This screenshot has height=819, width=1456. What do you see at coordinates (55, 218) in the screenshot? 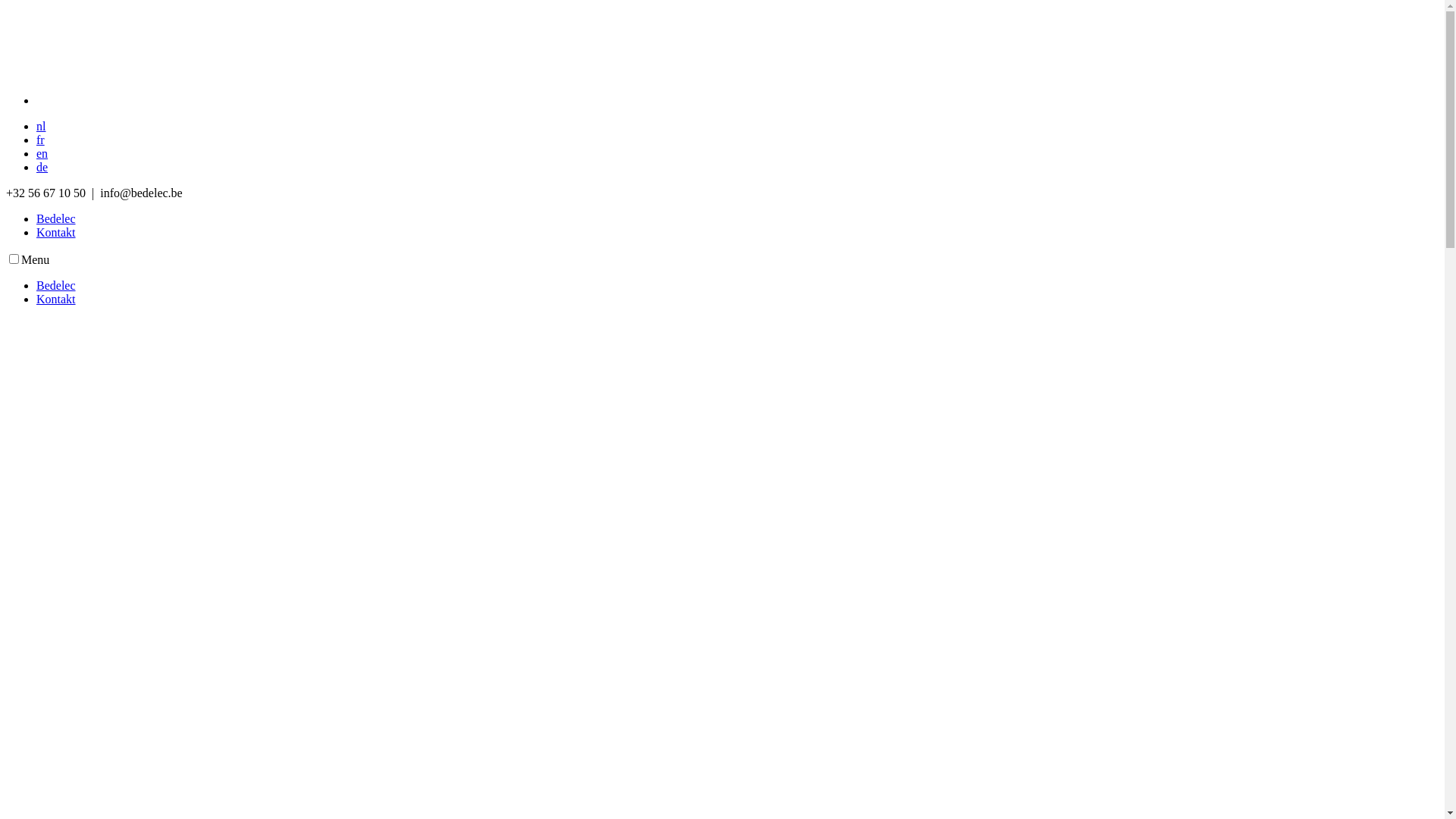
I see `'Bedelec'` at bounding box center [55, 218].